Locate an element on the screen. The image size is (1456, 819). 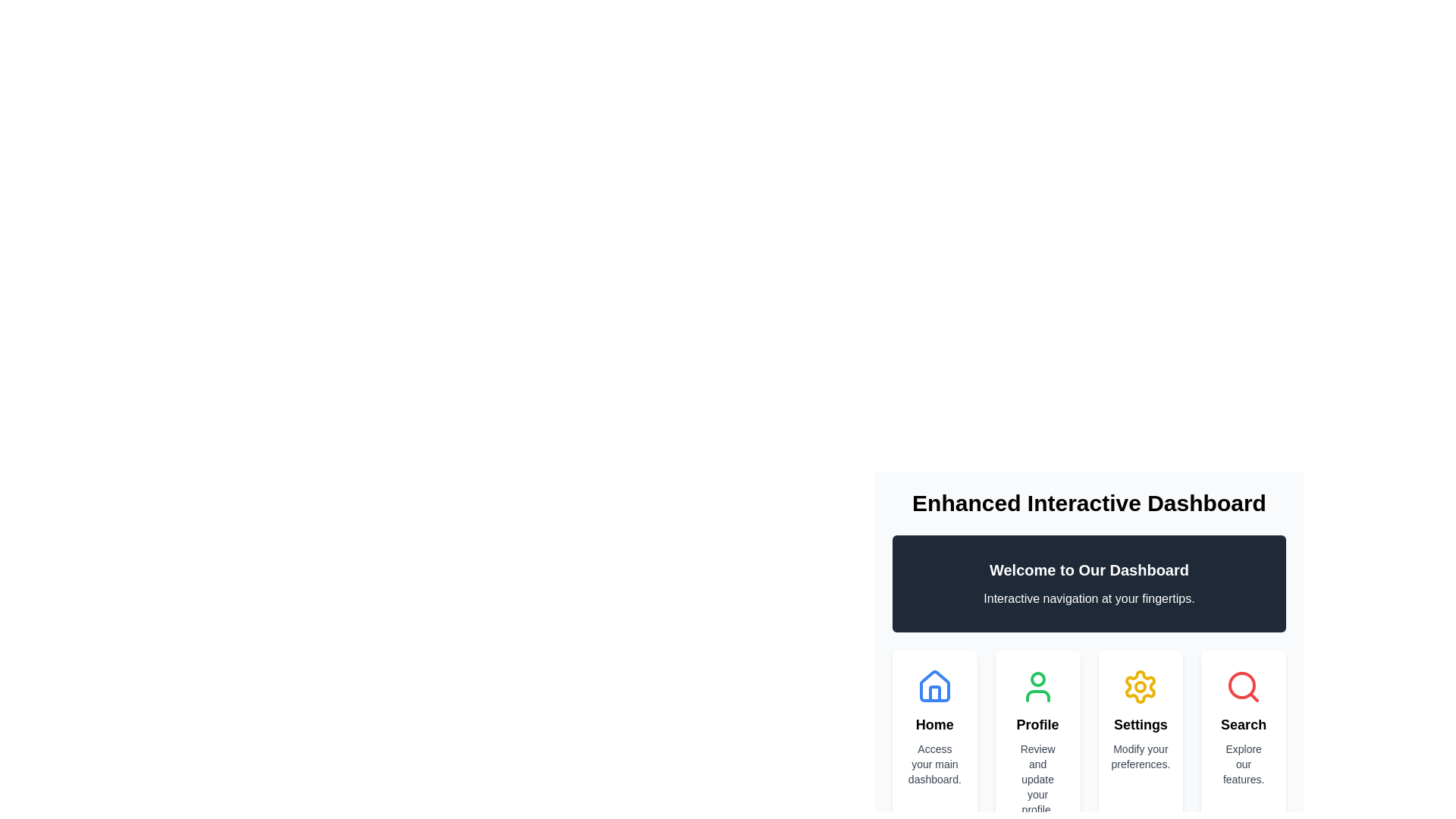
the blue house icon located in the first icon box labeled 'Home' in the navigation row below the dashboard heading is located at coordinates (934, 686).